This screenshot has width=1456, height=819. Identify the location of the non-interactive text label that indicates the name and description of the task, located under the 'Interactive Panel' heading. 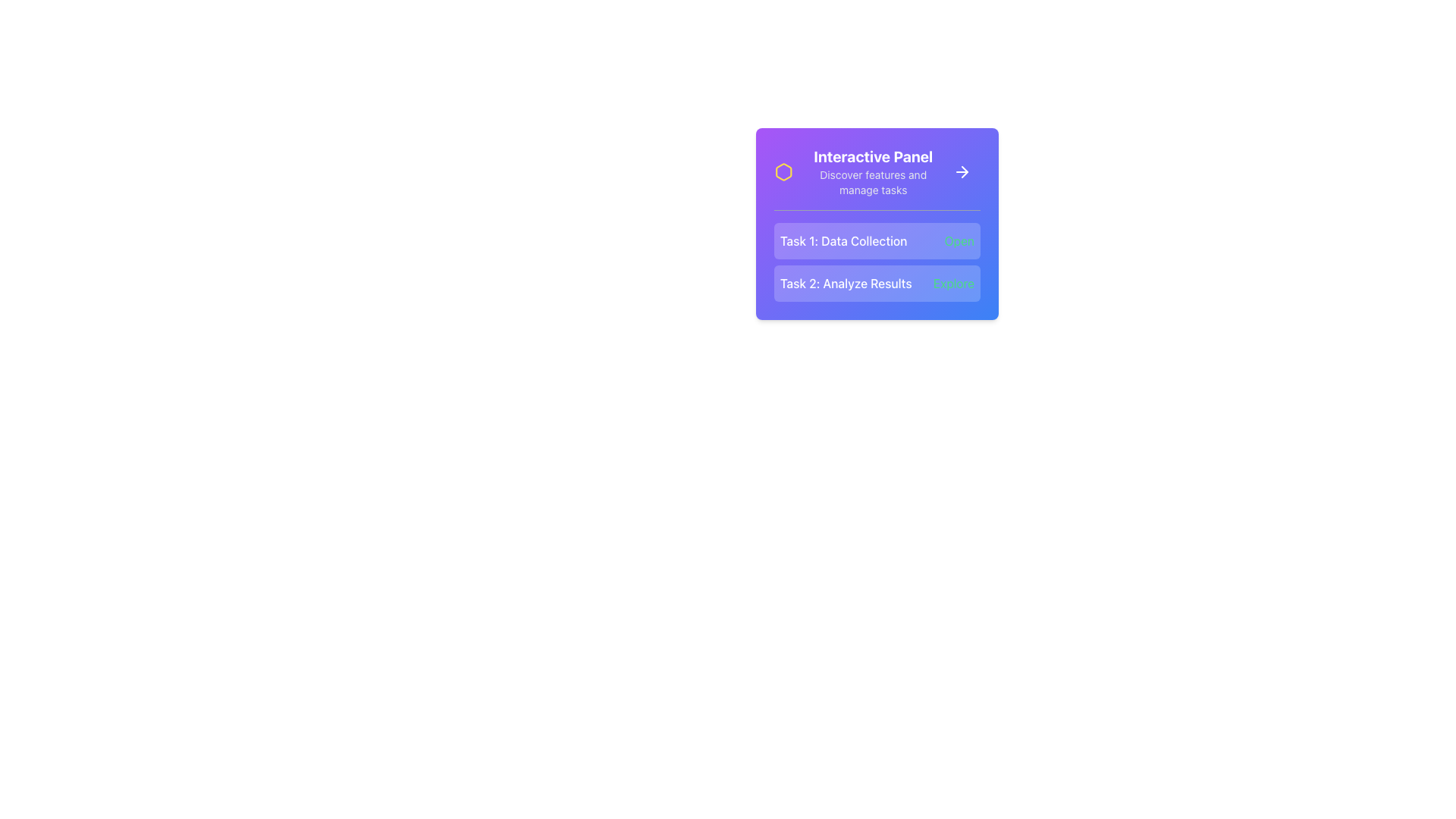
(843, 240).